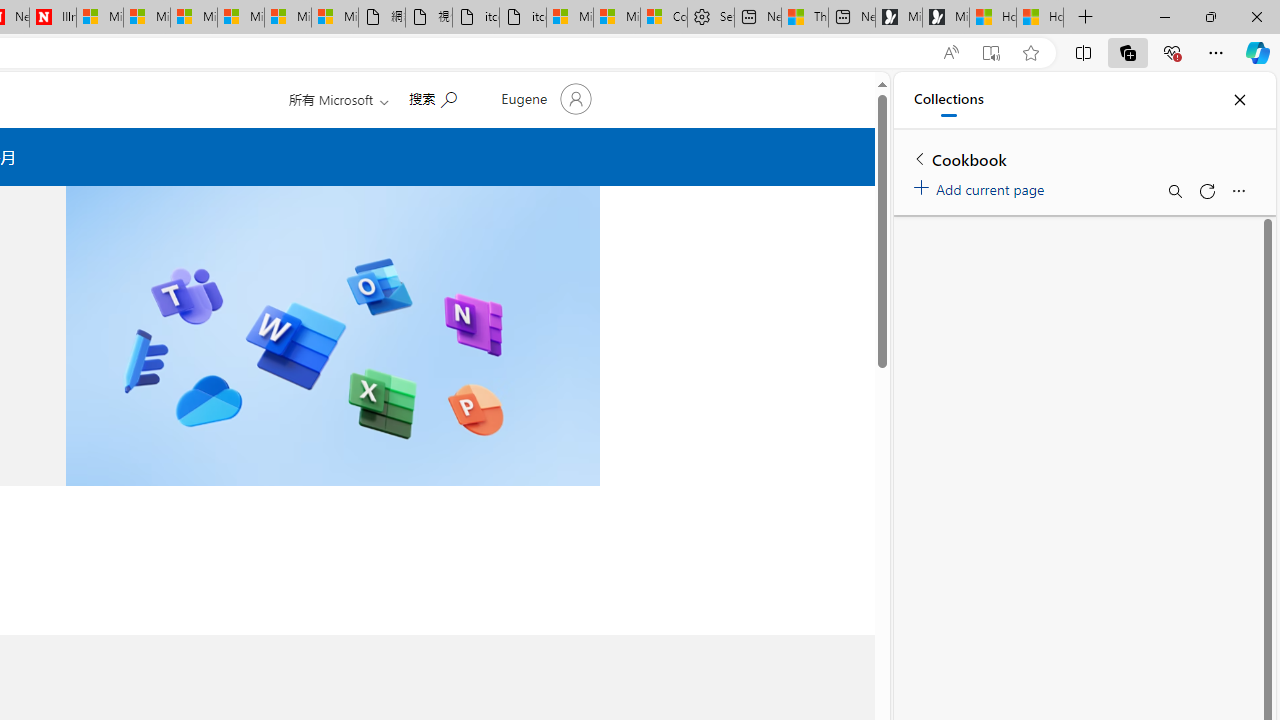  What do you see at coordinates (1040, 17) in the screenshot?
I see `'How to Use a TV as a Computer Monitor'` at bounding box center [1040, 17].